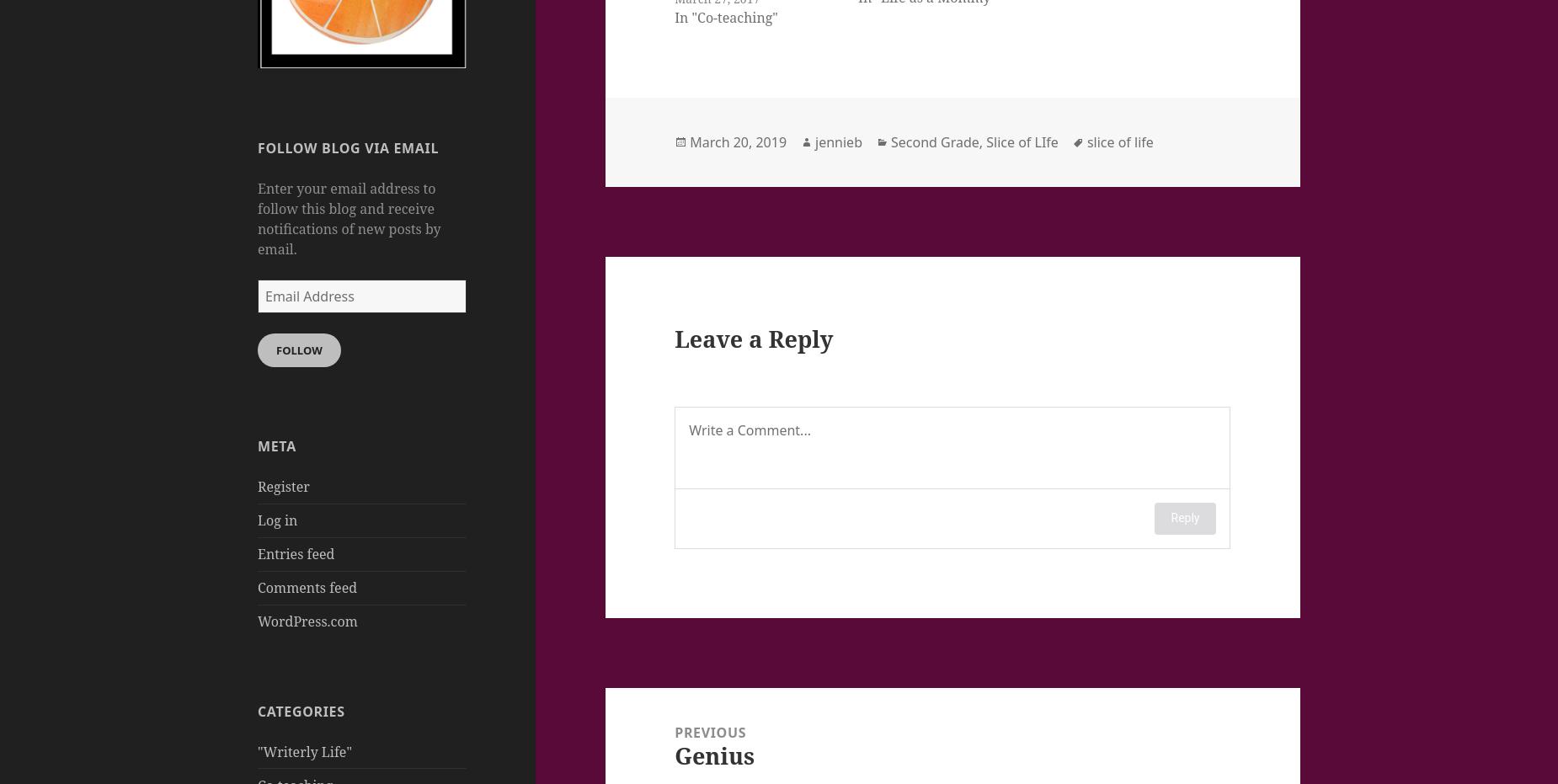 The height and width of the screenshot is (784, 1558). What do you see at coordinates (307, 586) in the screenshot?
I see `'Comments feed'` at bounding box center [307, 586].